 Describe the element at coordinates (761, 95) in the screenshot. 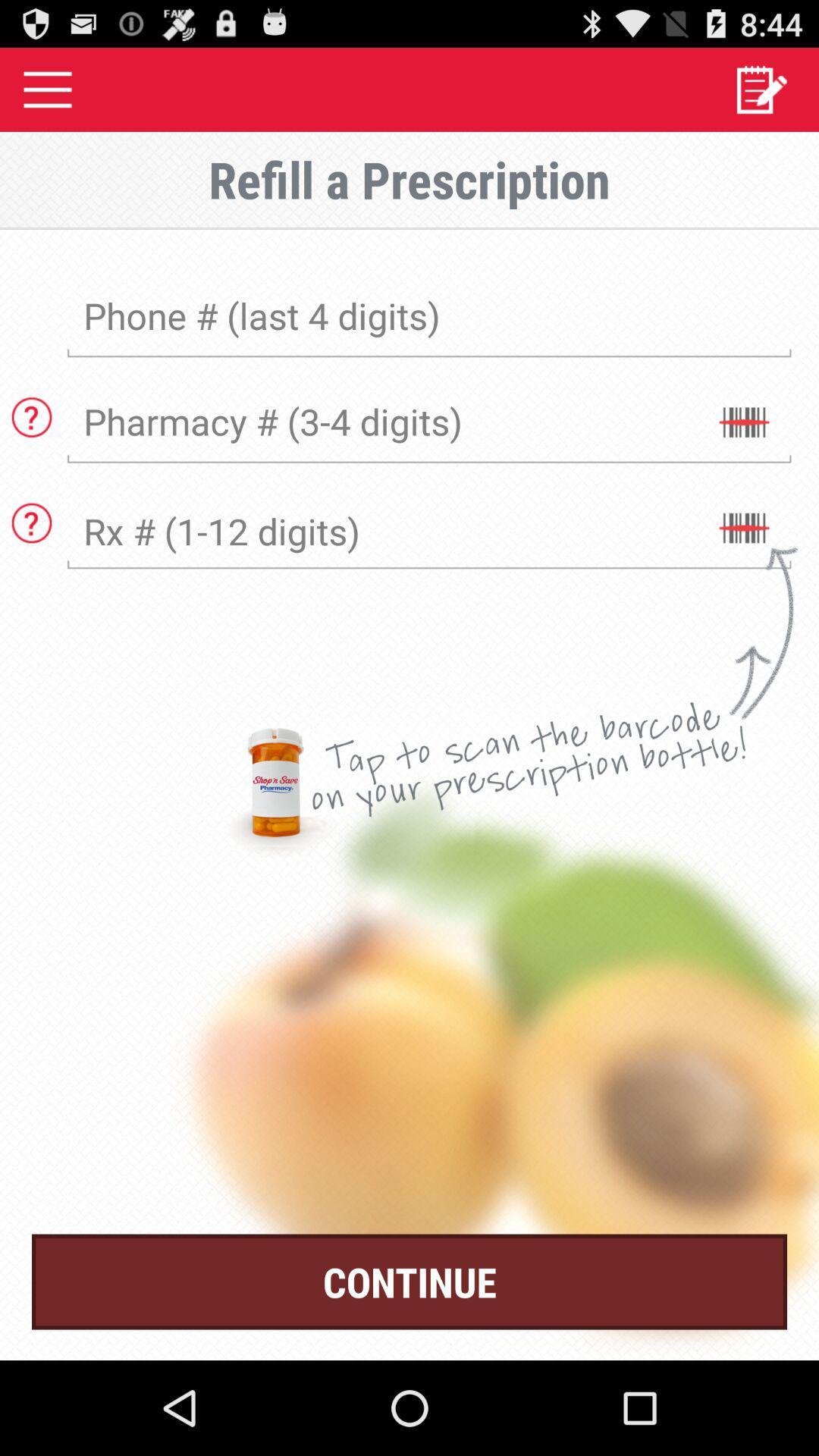

I see `the edit icon` at that location.